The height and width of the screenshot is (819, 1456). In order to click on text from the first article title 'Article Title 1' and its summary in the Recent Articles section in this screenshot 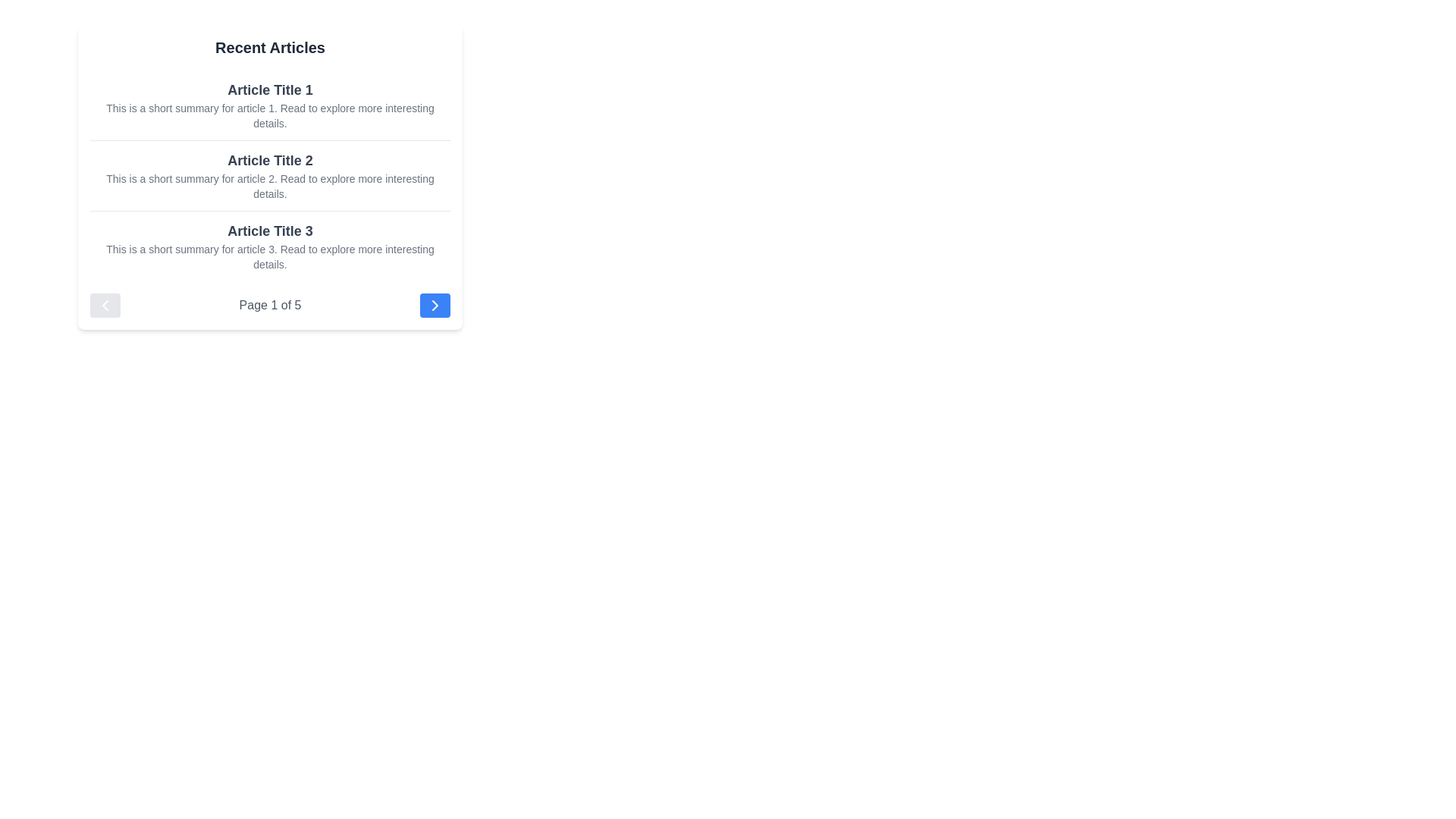, I will do `click(270, 104)`.